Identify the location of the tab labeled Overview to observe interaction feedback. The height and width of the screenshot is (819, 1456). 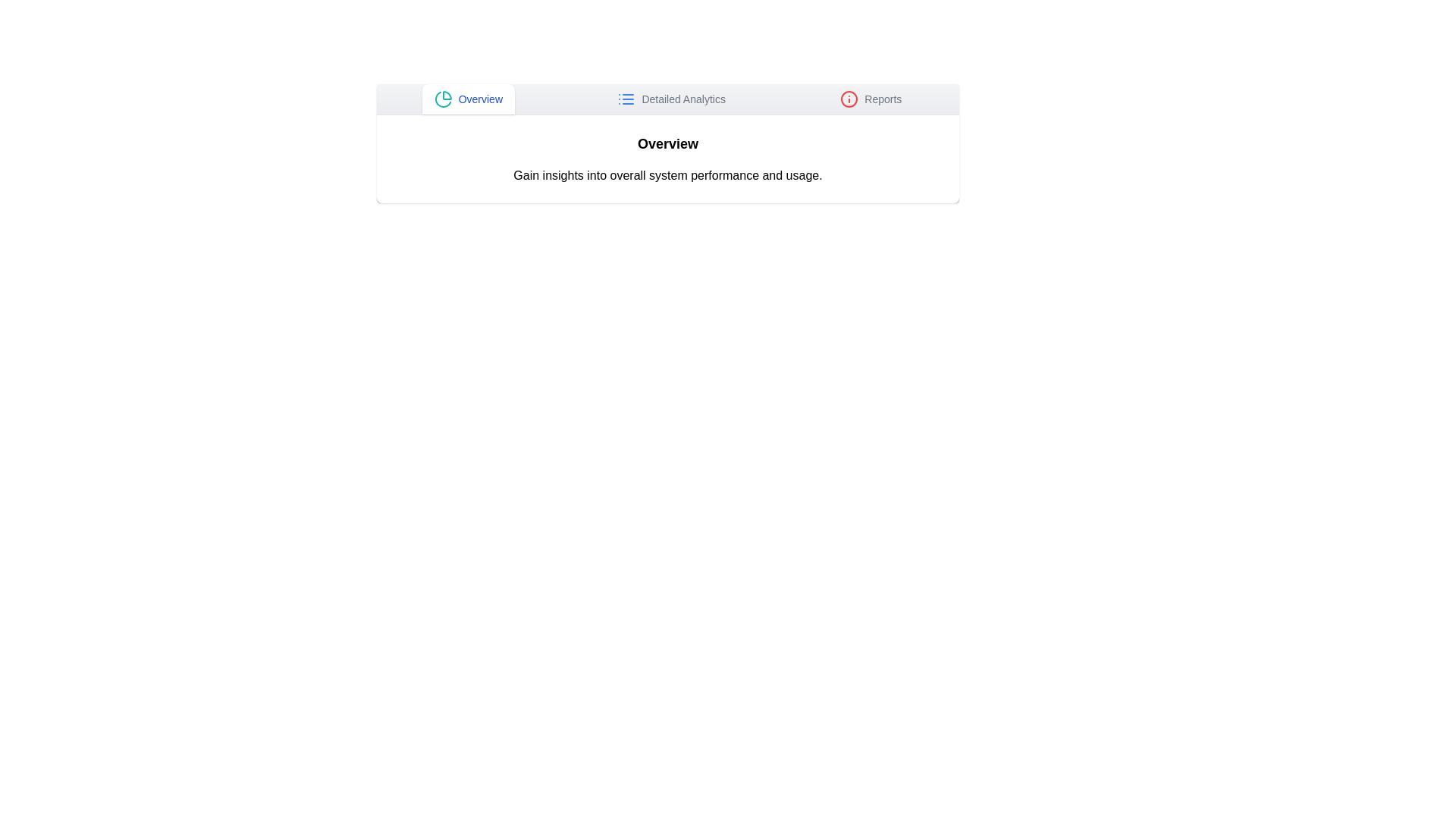
(467, 99).